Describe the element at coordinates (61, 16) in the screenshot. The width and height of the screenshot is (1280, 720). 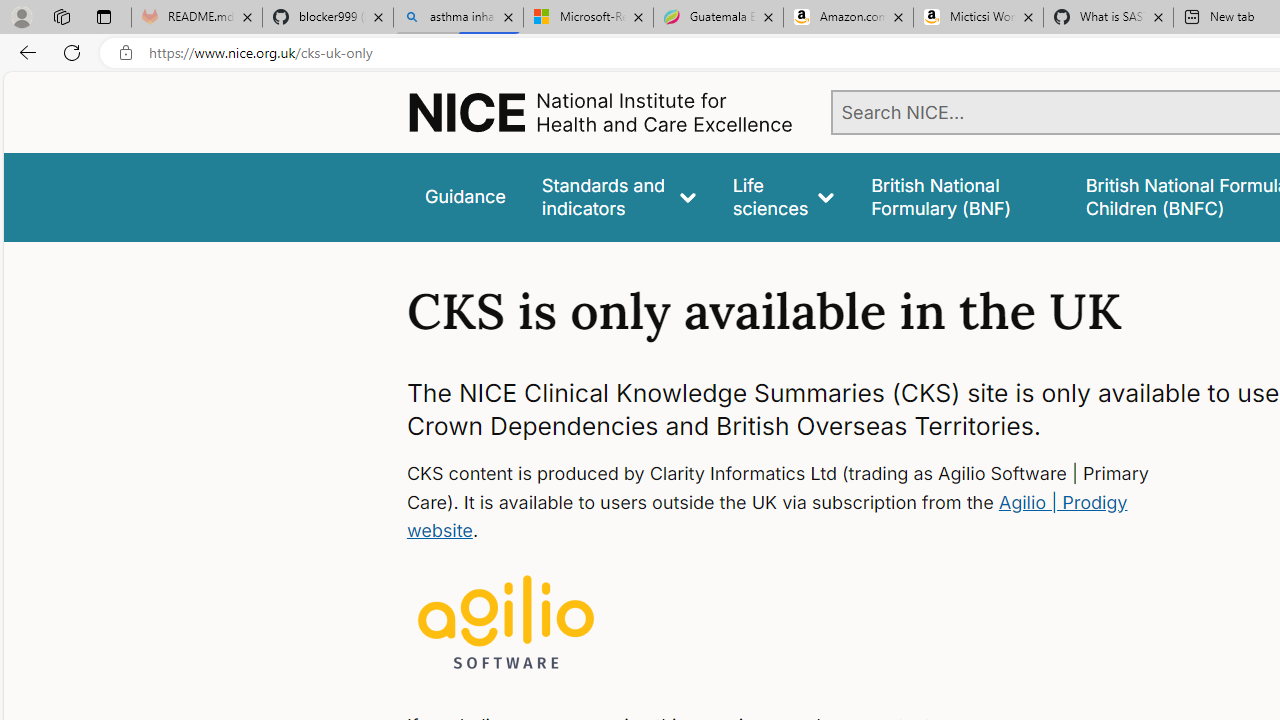
I see `'Workspaces'` at that location.